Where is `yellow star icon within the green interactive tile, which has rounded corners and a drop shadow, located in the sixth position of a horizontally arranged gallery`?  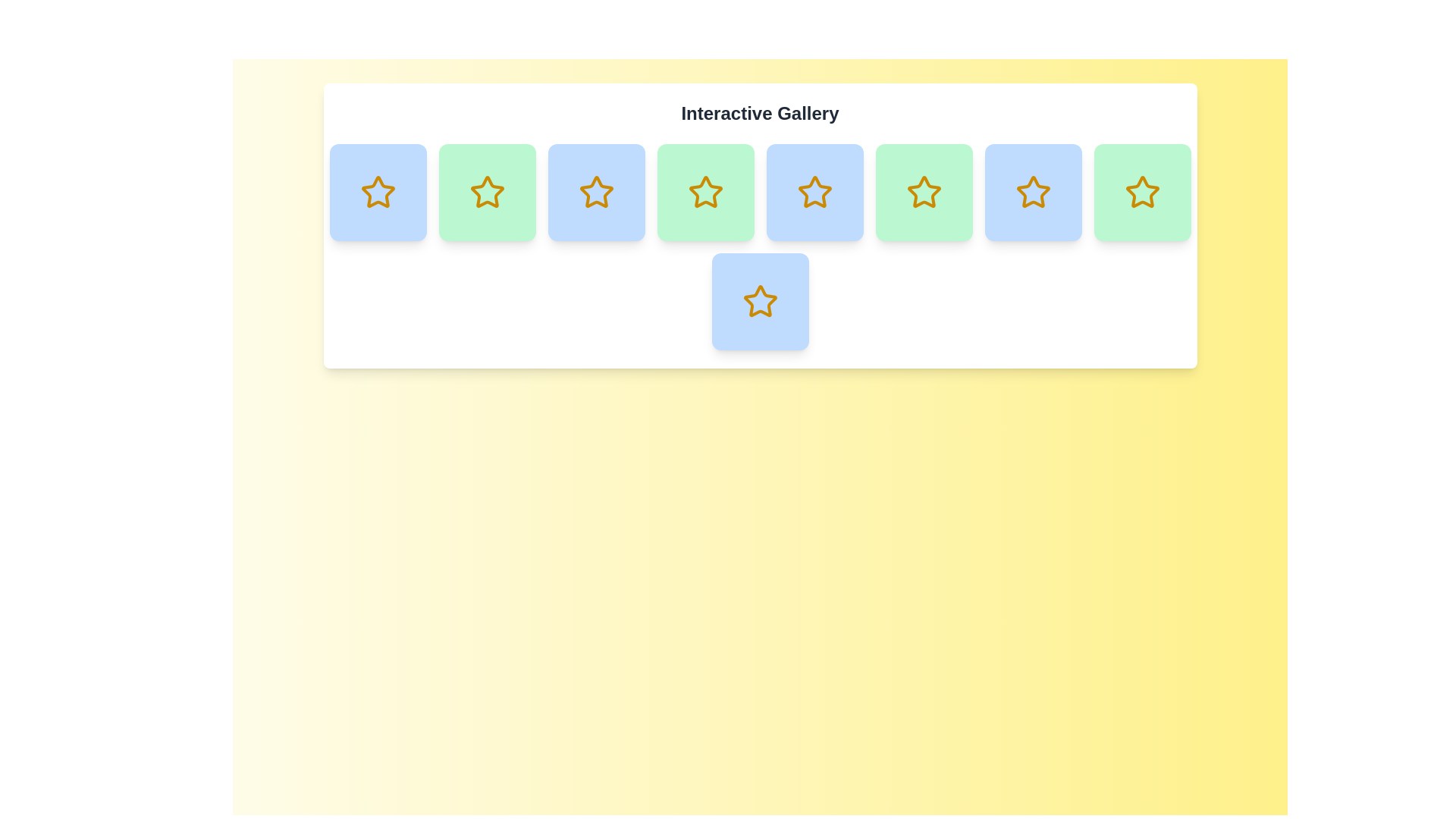
yellow star icon within the green interactive tile, which has rounded corners and a drop shadow, located in the sixth position of a horizontally arranged gallery is located at coordinates (704, 192).